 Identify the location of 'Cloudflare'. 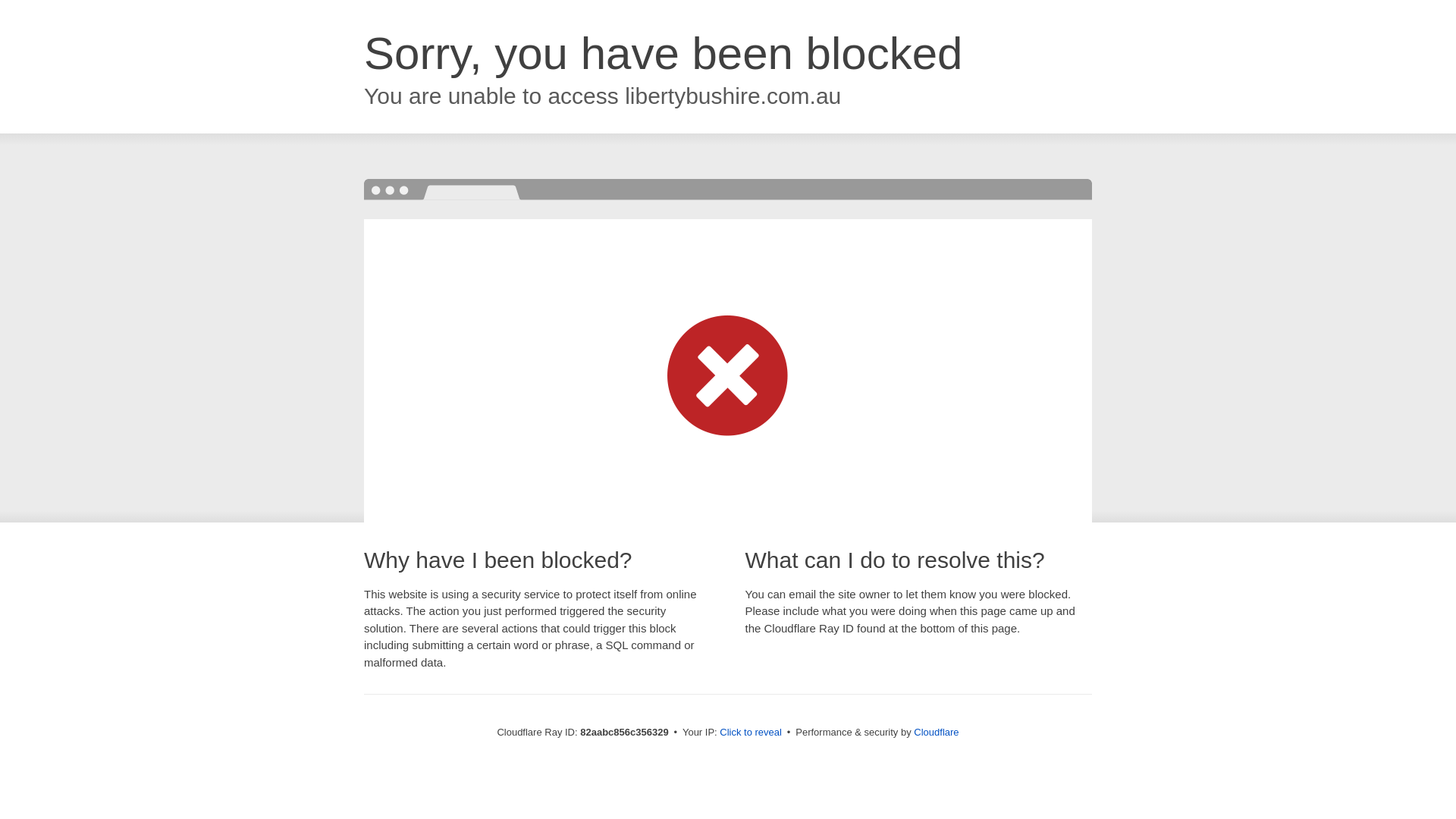
(912, 731).